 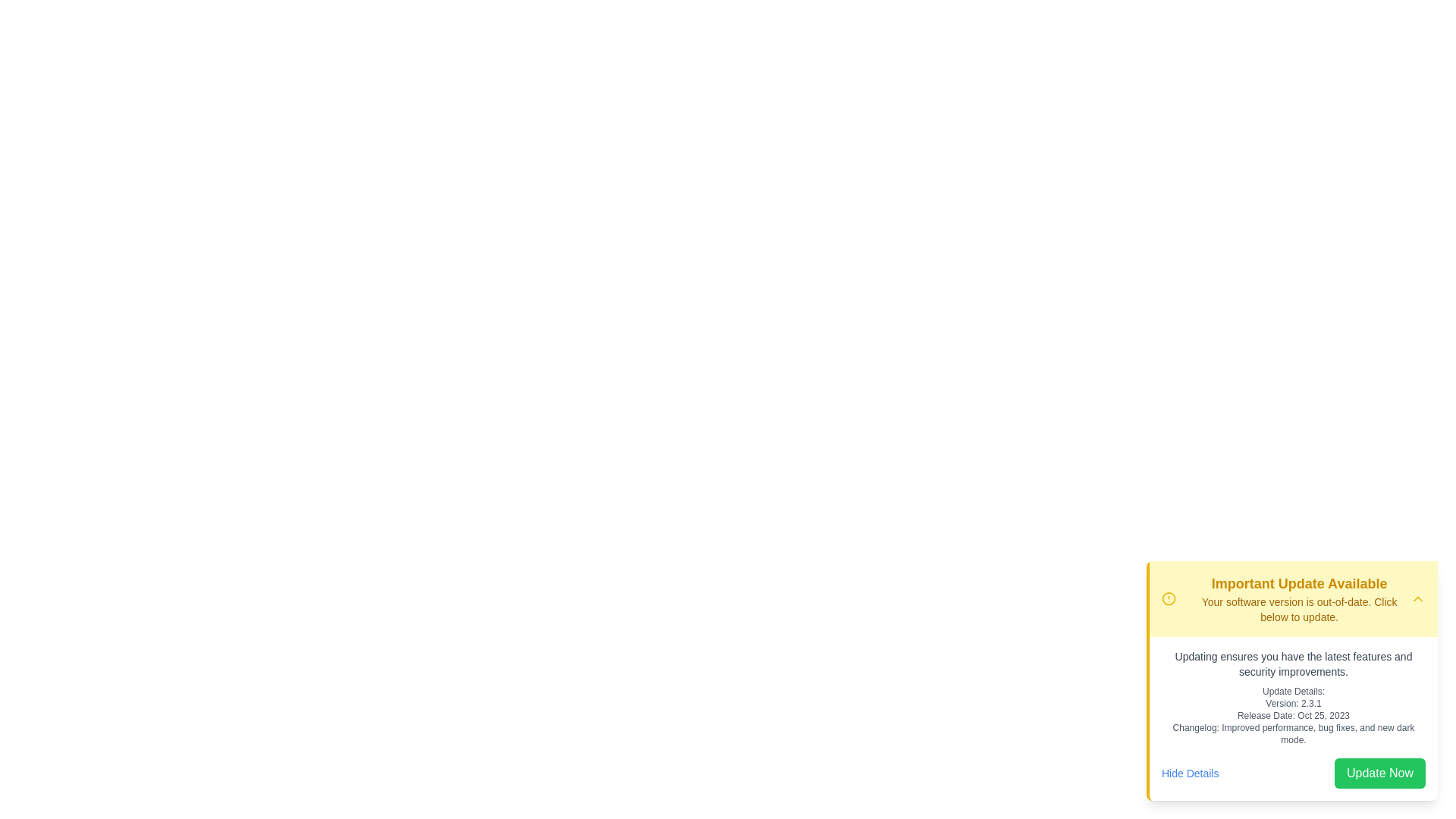 I want to click on the text label that notifies the user about the outdated software version, located below the header 'Important Update Available' in the yellow notification box, so click(x=1298, y=608).